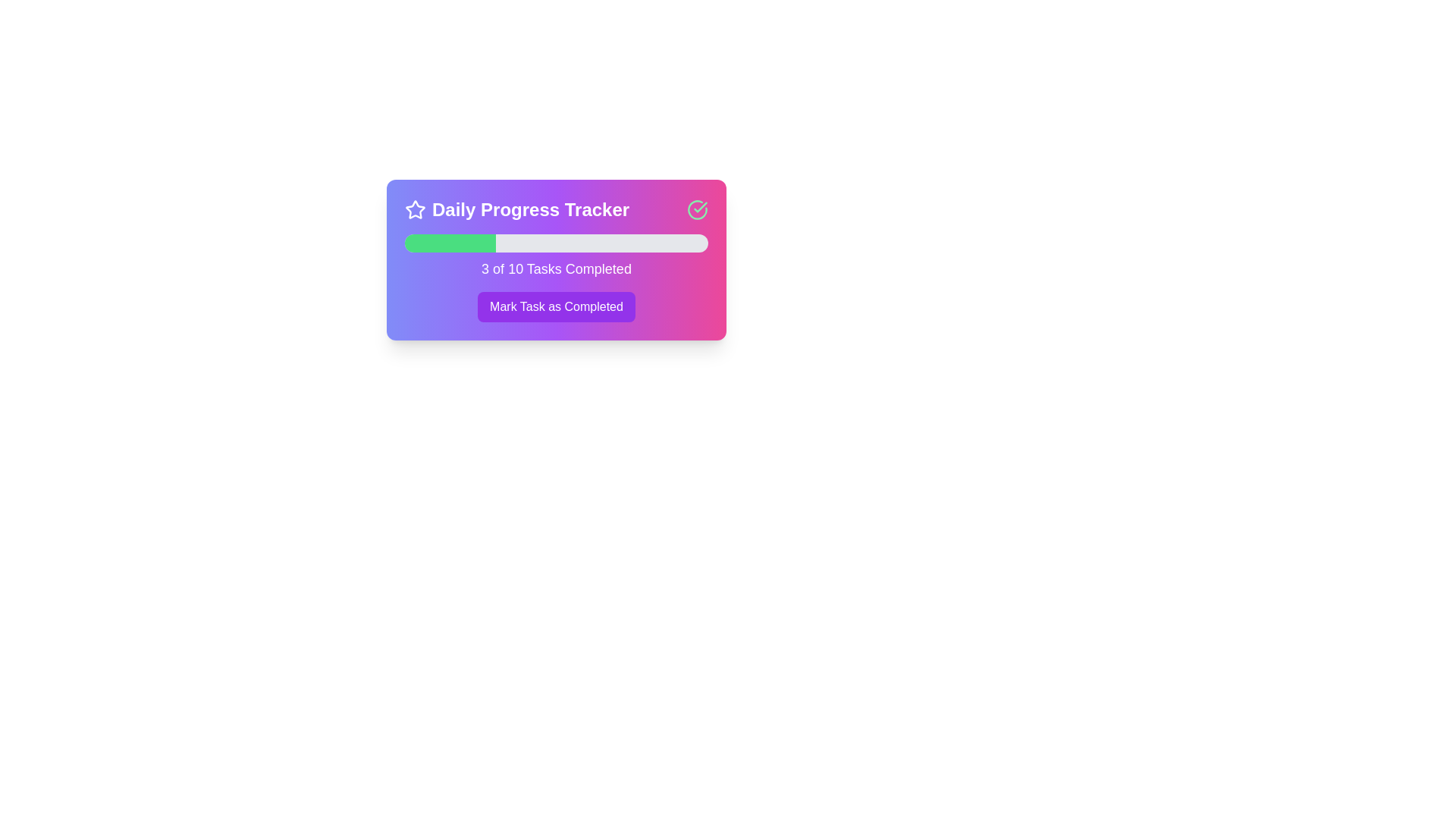 This screenshot has width=1456, height=819. What do you see at coordinates (556, 307) in the screenshot?
I see `the button located at the bottom of the card layout, below the progress bar and the text '3 of 10 Tasks Completed', to mark a task as completed` at bounding box center [556, 307].